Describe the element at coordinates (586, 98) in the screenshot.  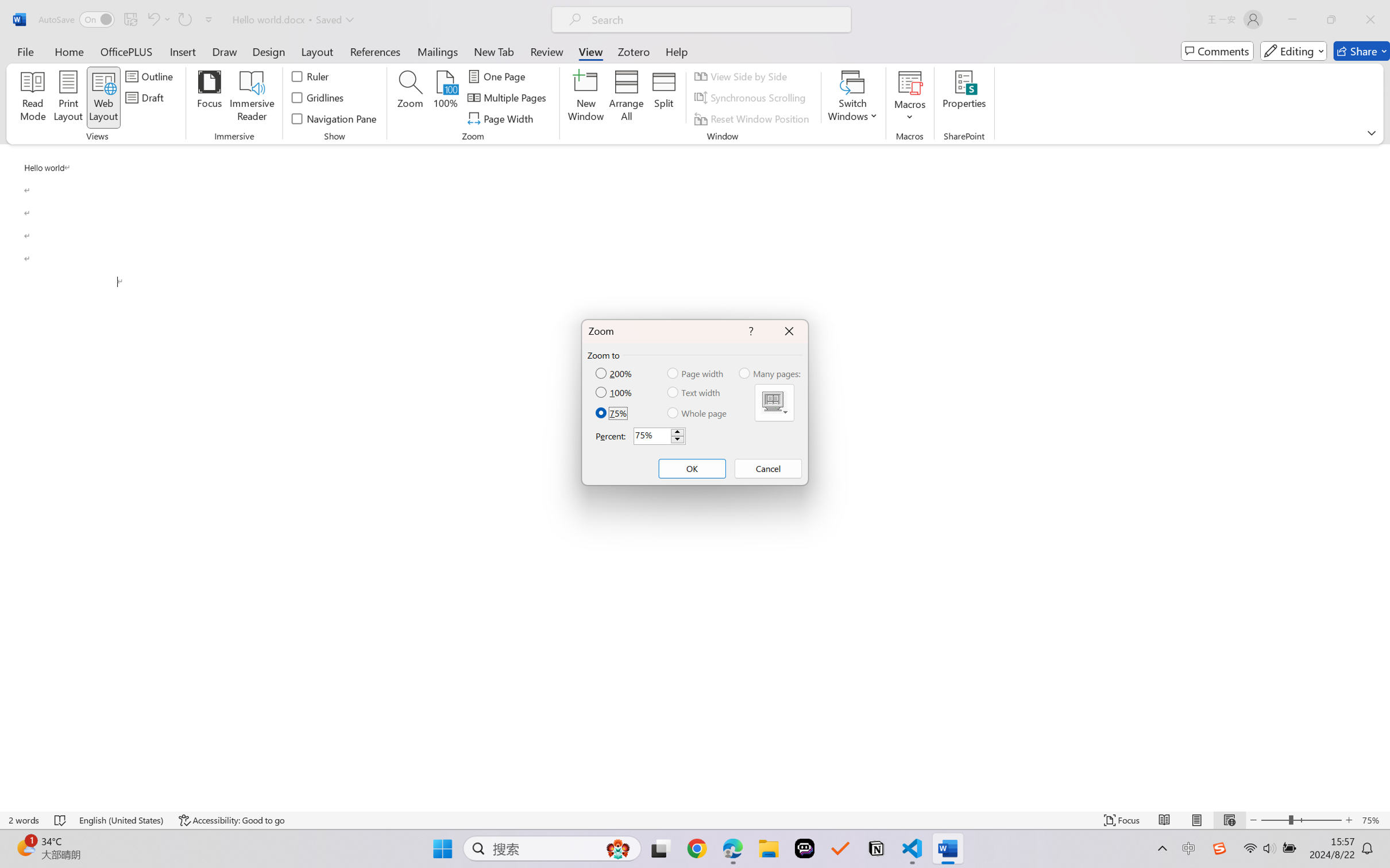
I see `'New Window'` at that location.